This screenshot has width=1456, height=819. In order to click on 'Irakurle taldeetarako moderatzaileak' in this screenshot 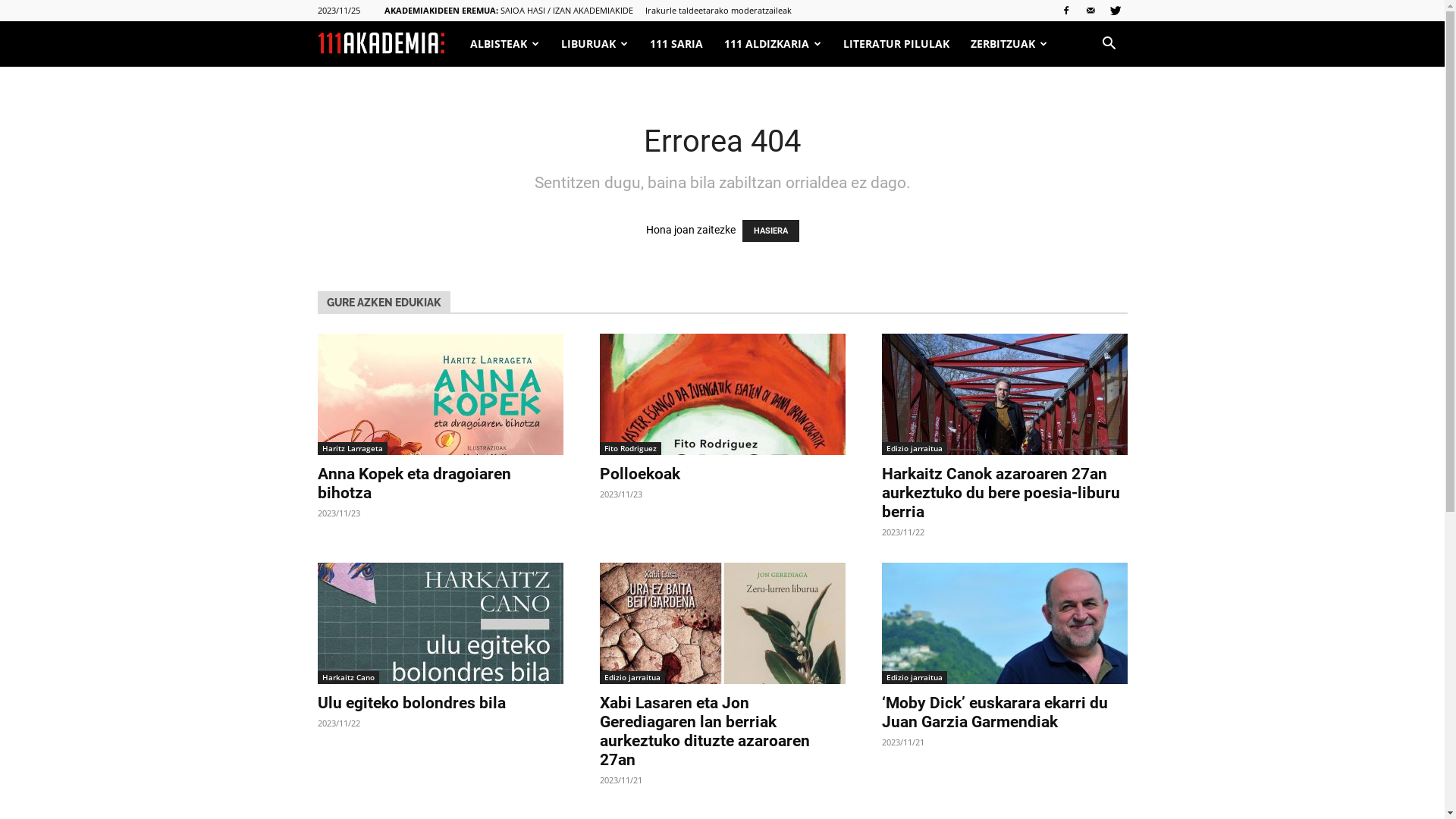, I will do `click(717, 10)`.